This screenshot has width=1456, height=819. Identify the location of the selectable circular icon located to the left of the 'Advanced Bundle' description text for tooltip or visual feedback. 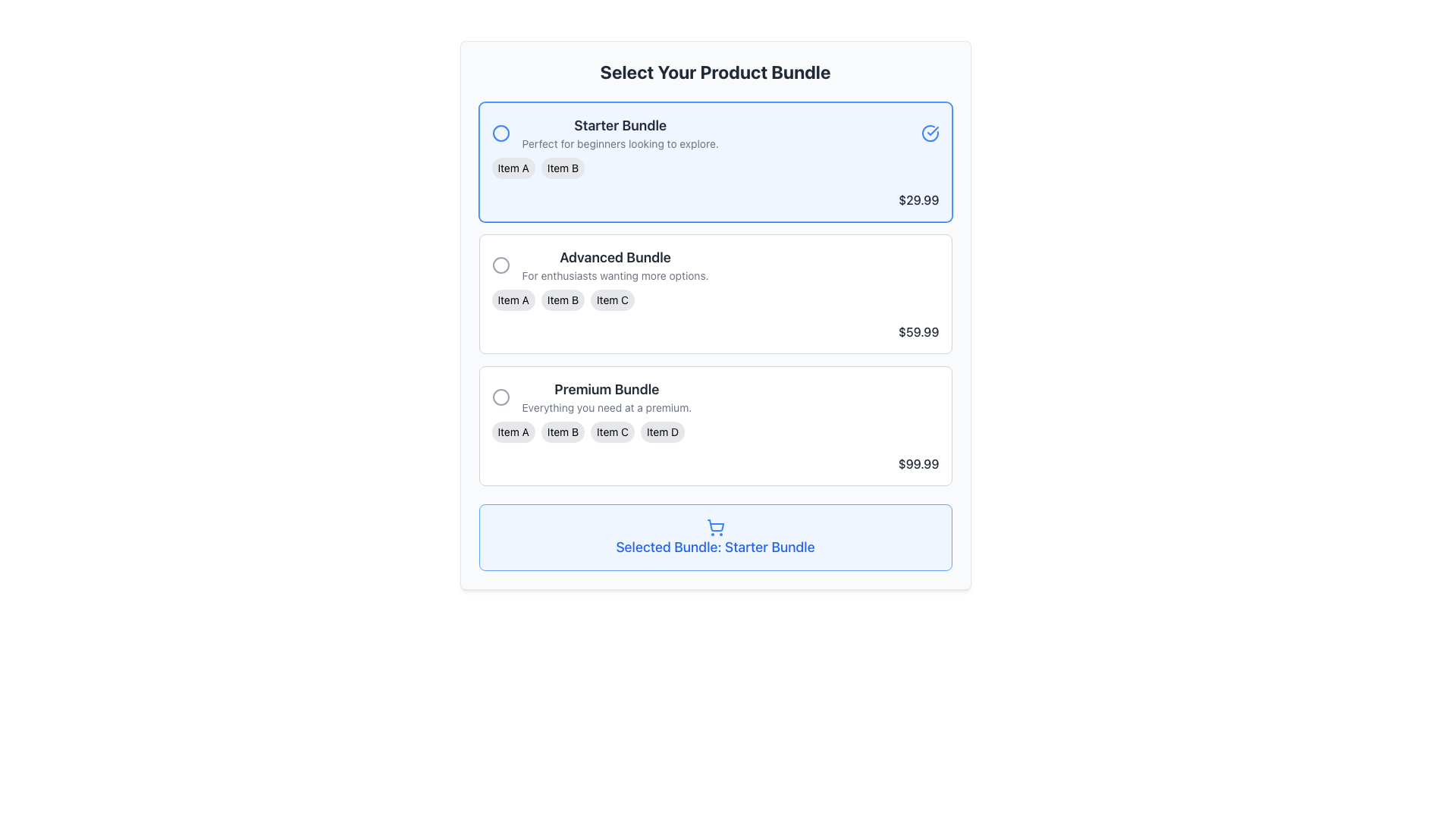
(500, 265).